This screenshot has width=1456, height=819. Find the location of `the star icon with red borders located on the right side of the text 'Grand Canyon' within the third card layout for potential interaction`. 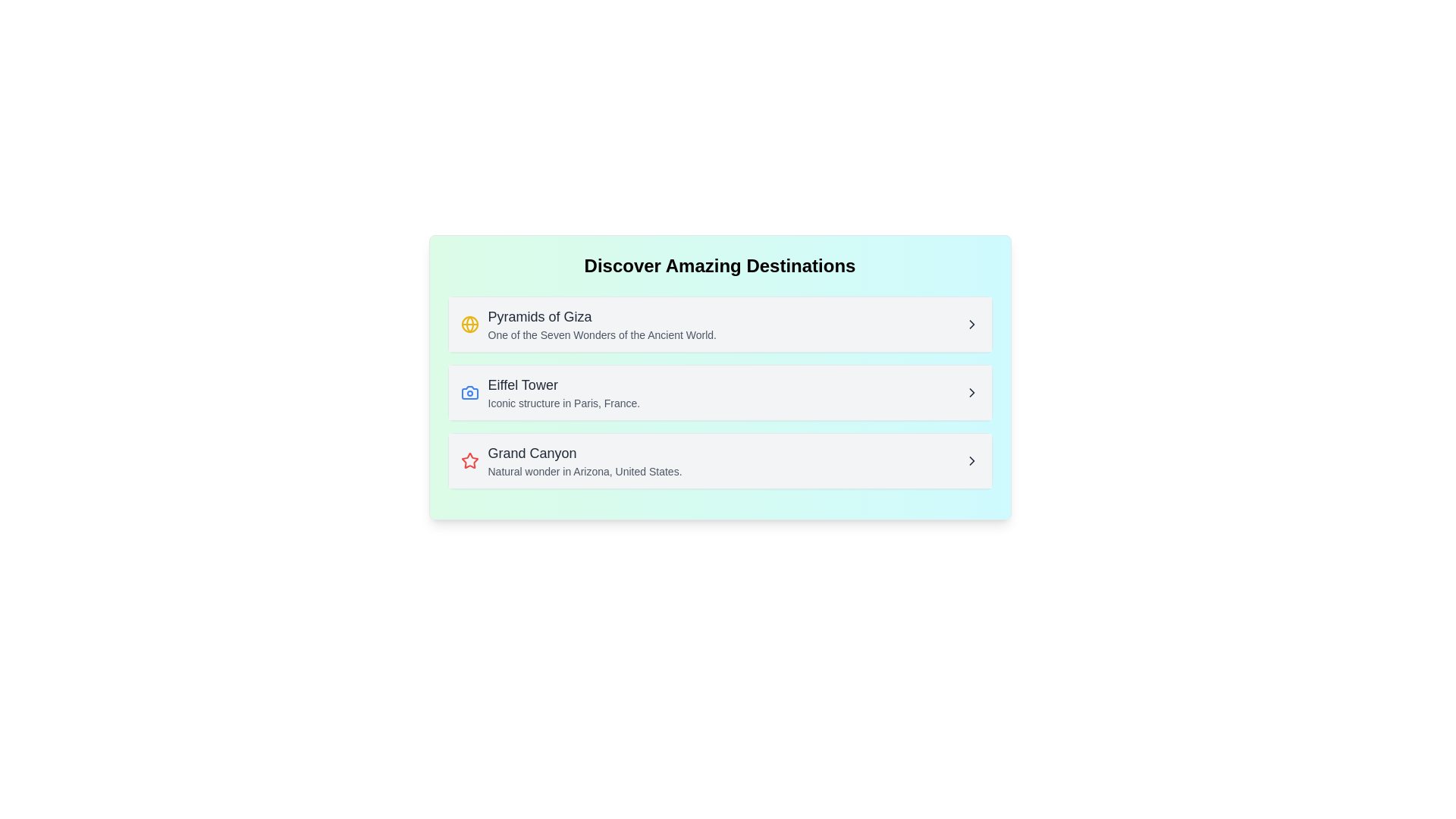

the star icon with red borders located on the right side of the text 'Grand Canyon' within the third card layout for potential interaction is located at coordinates (469, 460).